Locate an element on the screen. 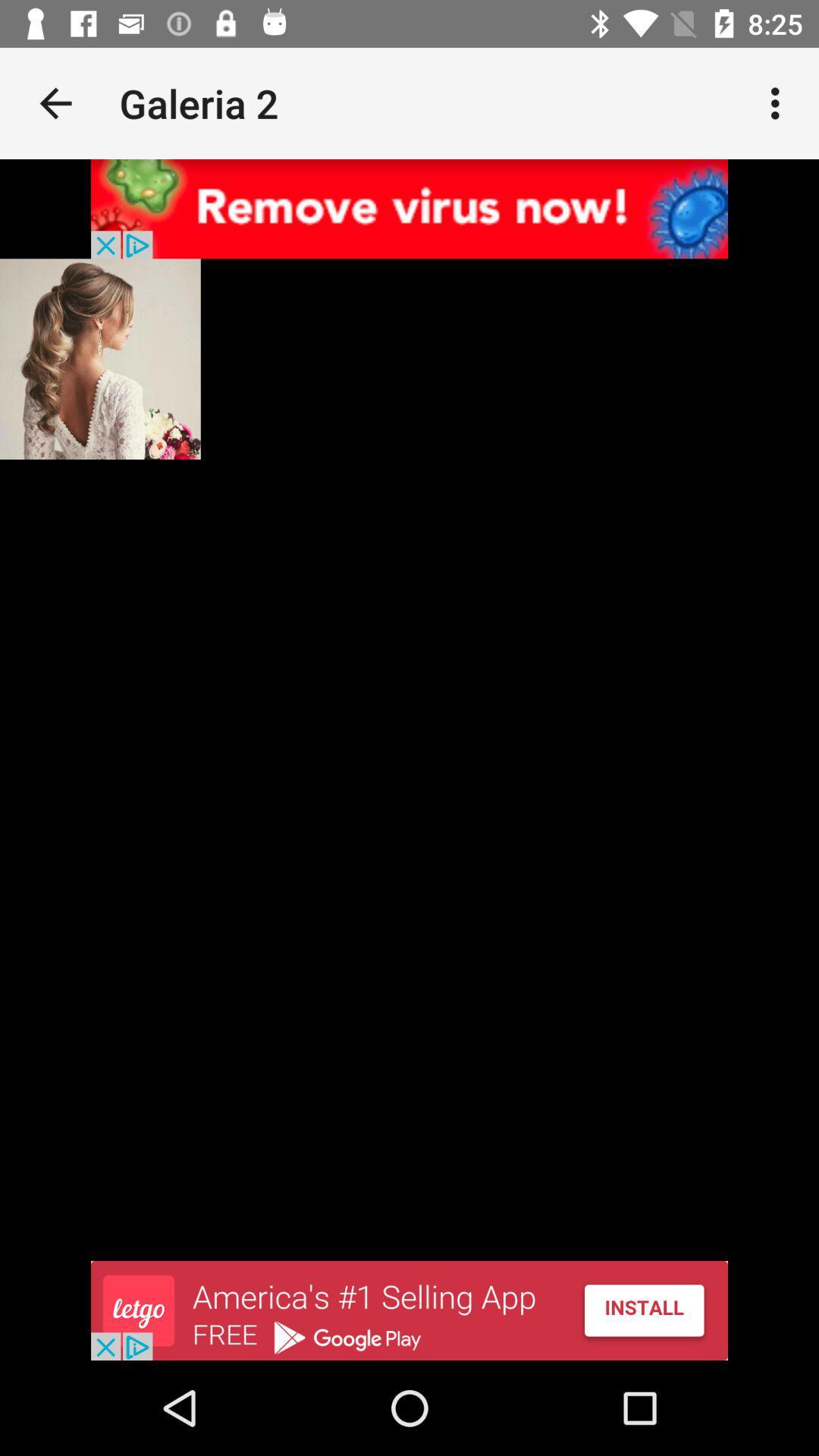 The height and width of the screenshot is (1456, 819). advertisement for selling is located at coordinates (409, 1310).